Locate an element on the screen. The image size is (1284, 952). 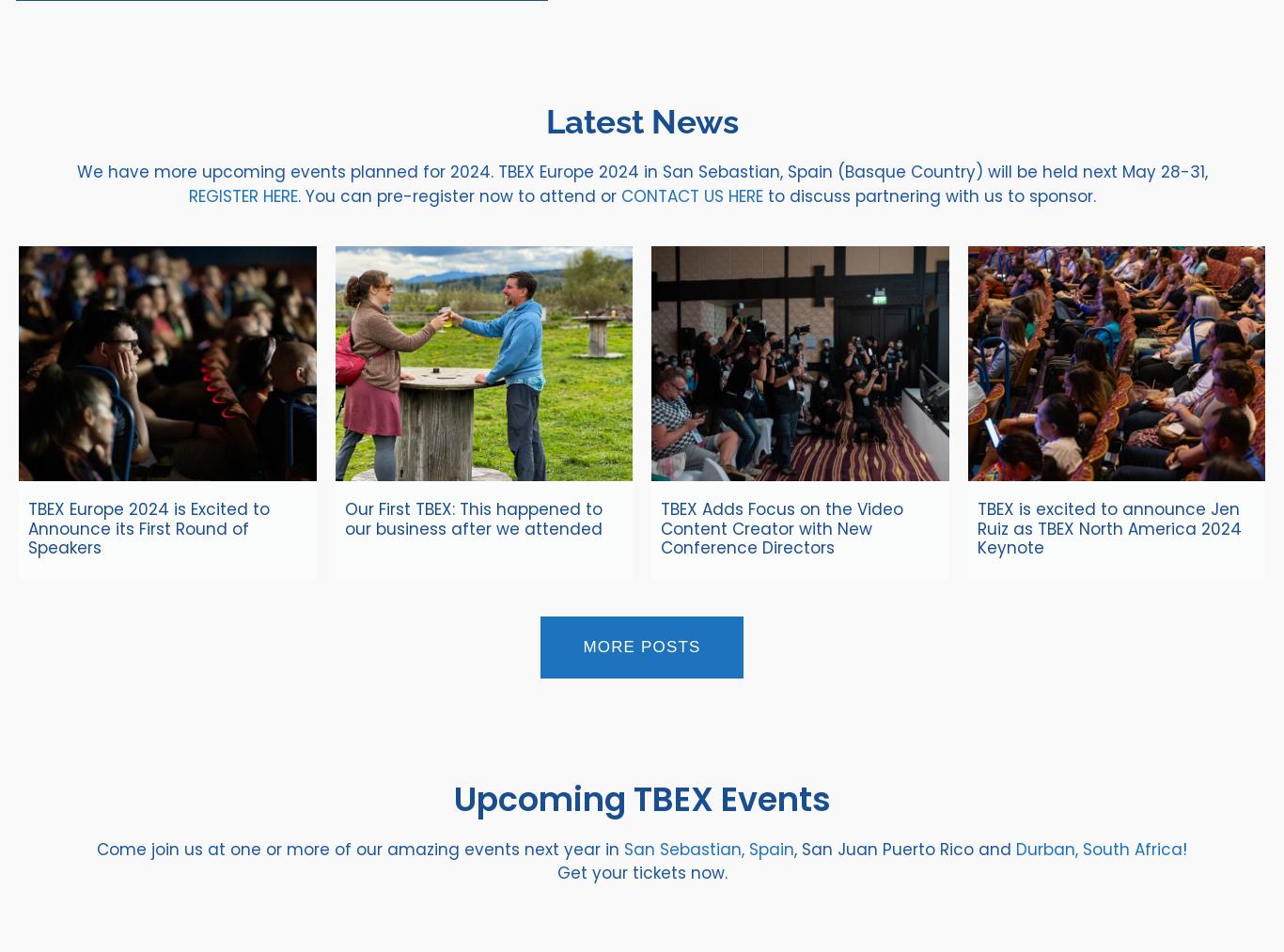
', San Juan Puerto Rico and' is located at coordinates (905, 847).